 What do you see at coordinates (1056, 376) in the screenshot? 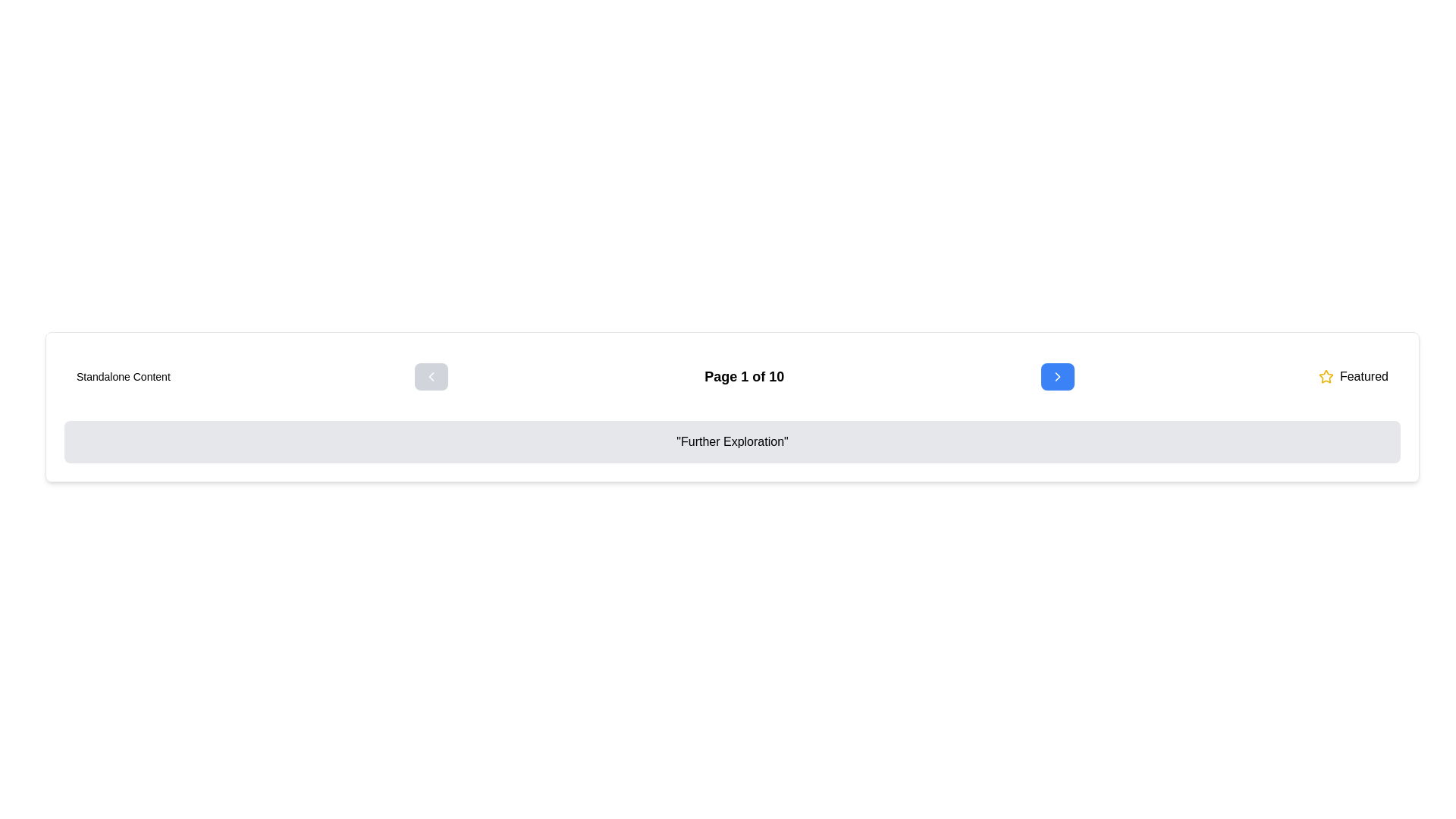
I see `the 'Next' button located to the right of 'Page 1 of 10'` at bounding box center [1056, 376].